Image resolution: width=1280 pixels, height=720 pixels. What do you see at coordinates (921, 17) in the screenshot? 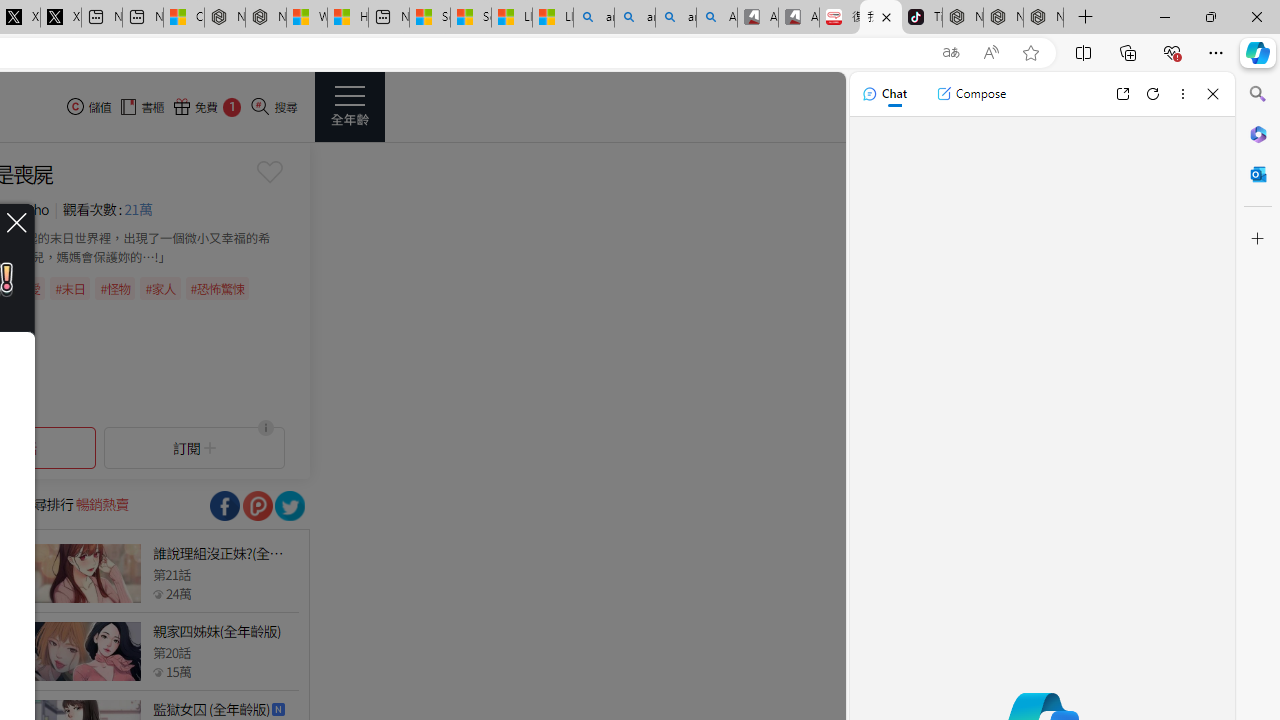
I see `'TikTok'` at bounding box center [921, 17].